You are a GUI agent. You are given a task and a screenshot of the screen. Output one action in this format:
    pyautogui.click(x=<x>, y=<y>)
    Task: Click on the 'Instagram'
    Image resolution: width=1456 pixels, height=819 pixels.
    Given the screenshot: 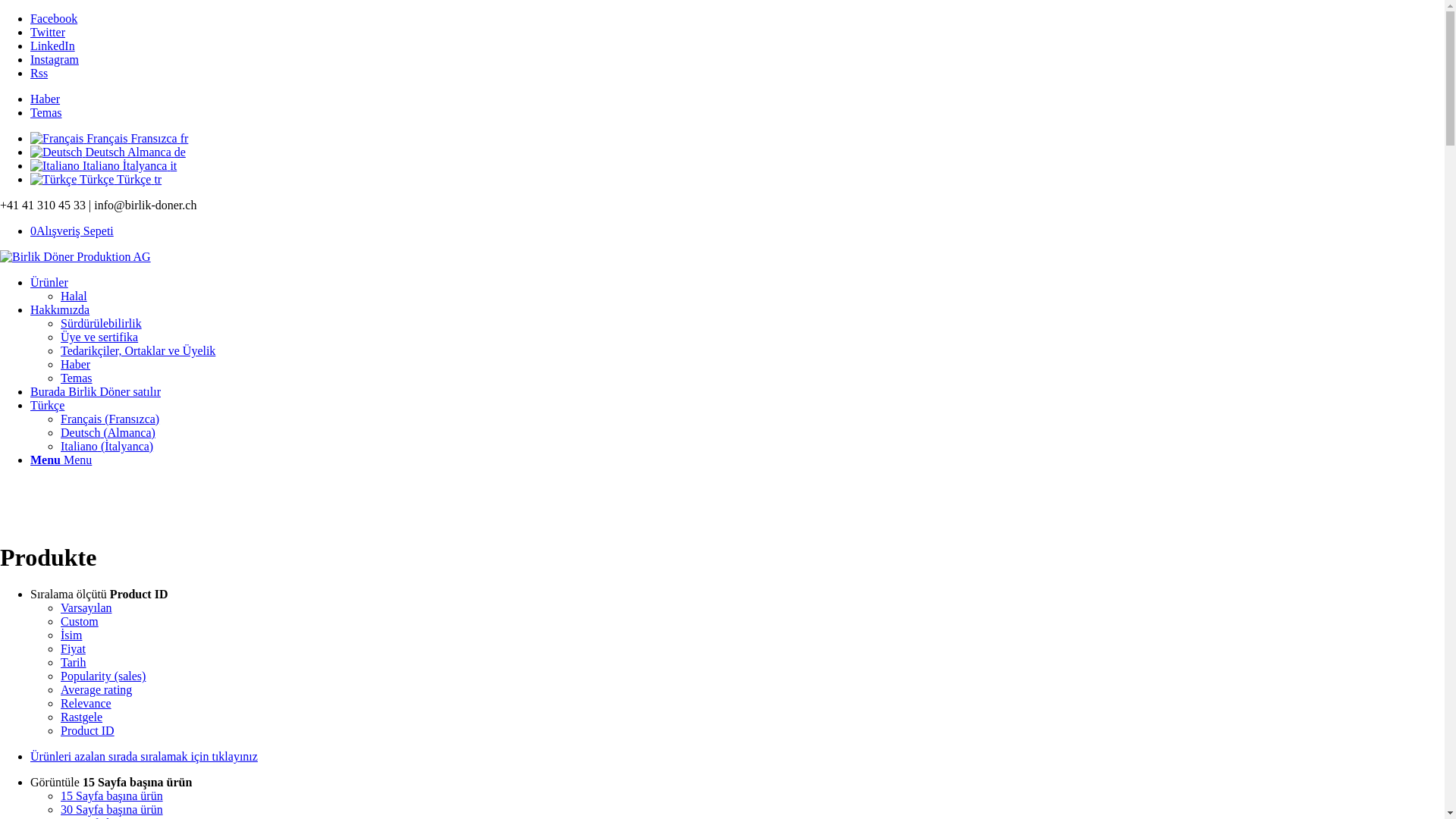 What is the action you would take?
    pyautogui.click(x=55, y=58)
    